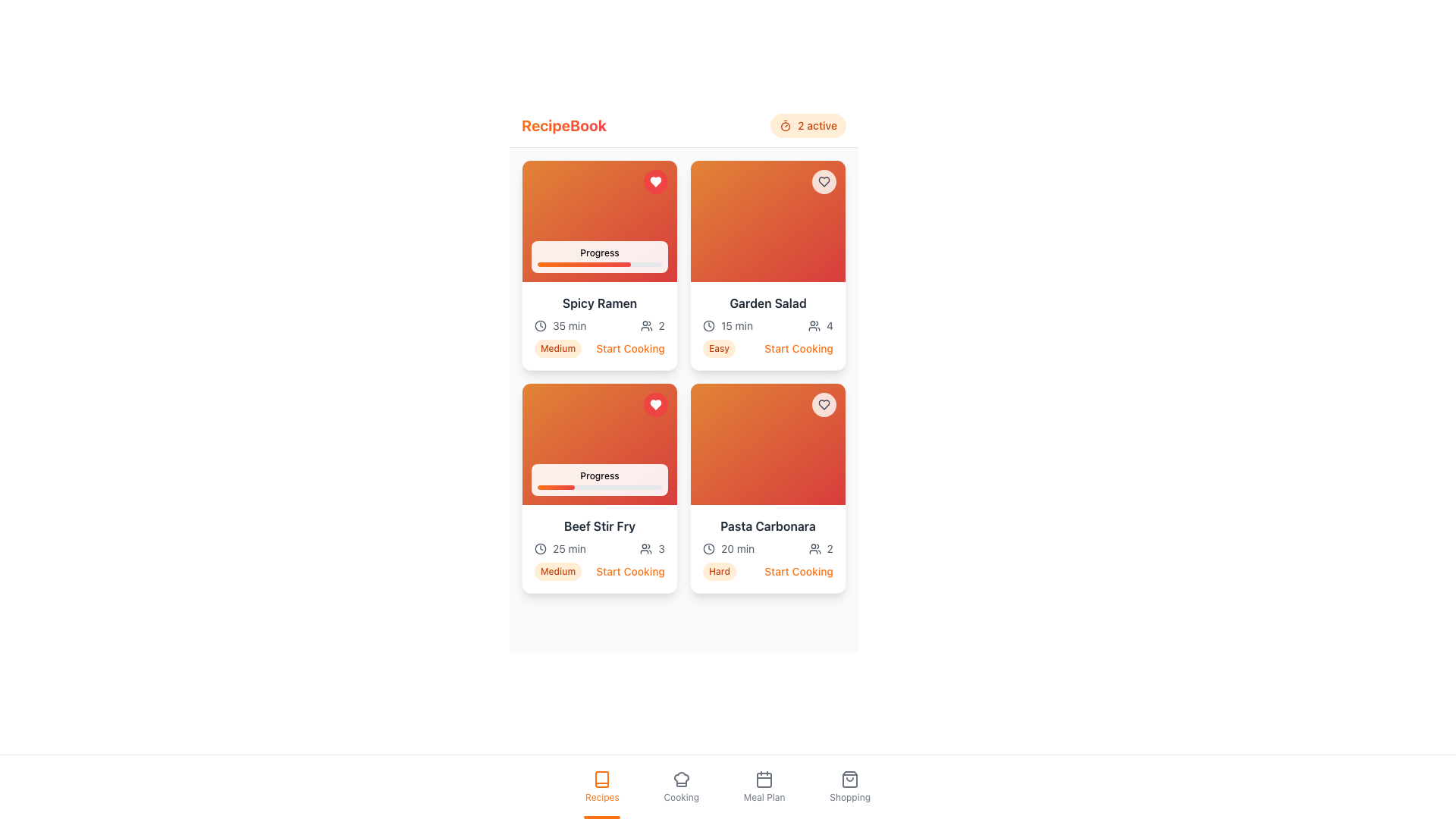 The image size is (1456, 819). I want to click on the decorative visual region within the fourth card of the grid structure, specifically the top section of the 'Pasta Carbonara' card, which features a gradient from orange to red and includes a heart-shaped icon in the top-right corner, so click(767, 444).